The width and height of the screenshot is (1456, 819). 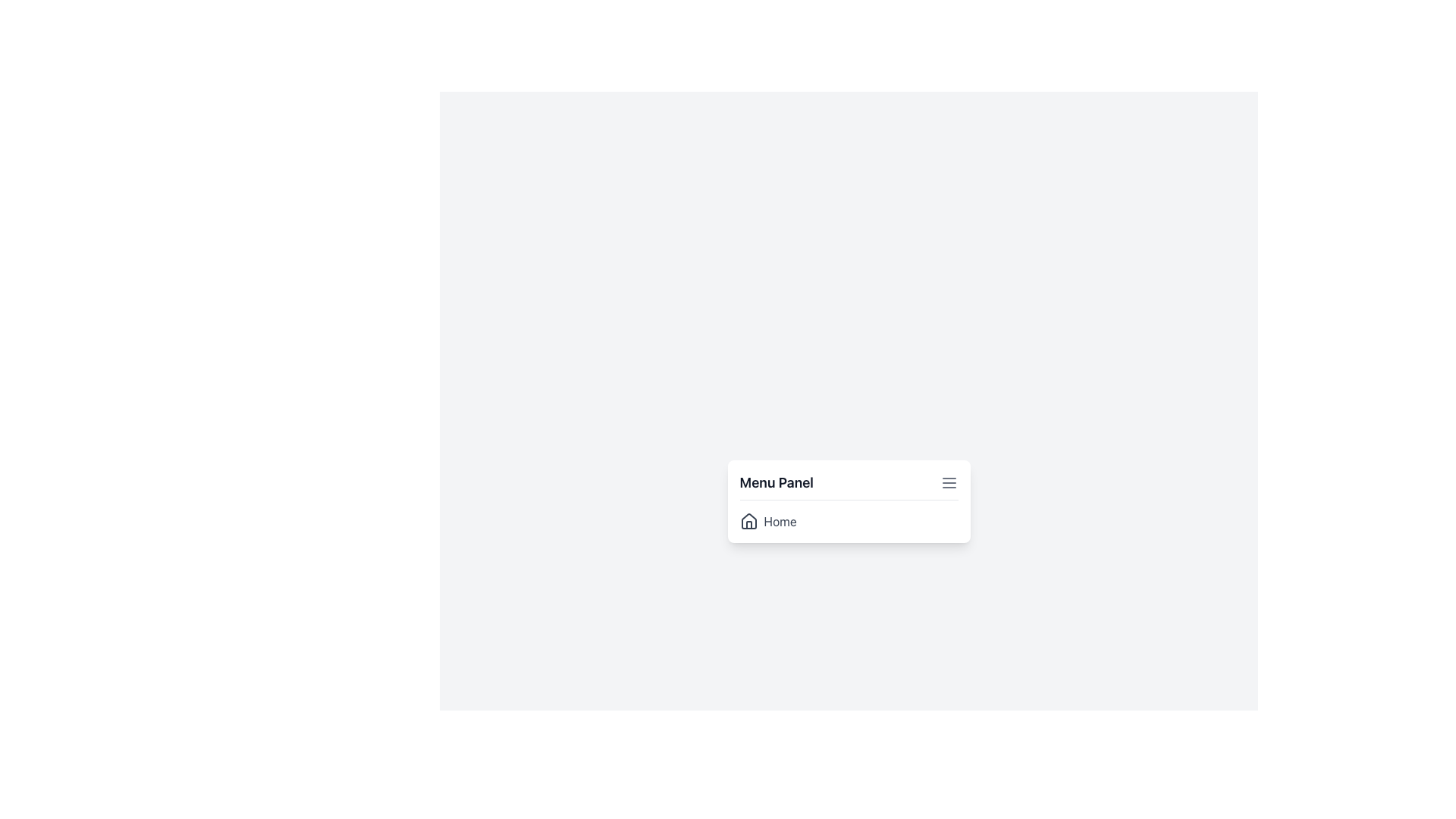 I want to click on 'Home' text label in the navigation menu, which is located near the bottom-right area of the interface, following the house icon in the 'Menu Panel', so click(x=780, y=520).